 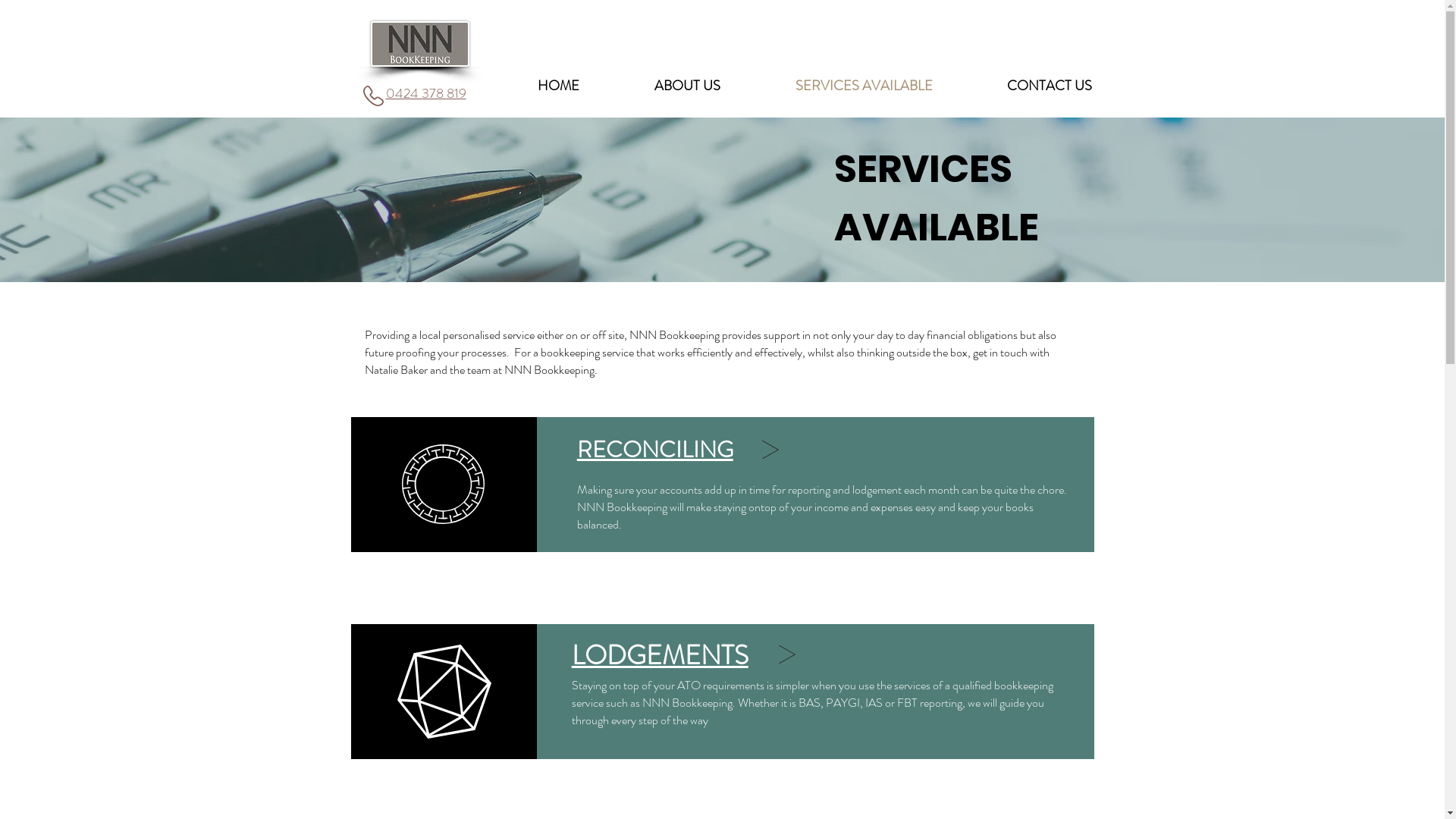 What do you see at coordinates (1047, 85) in the screenshot?
I see `'CONTACT US'` at bounding box center [1047, 85].